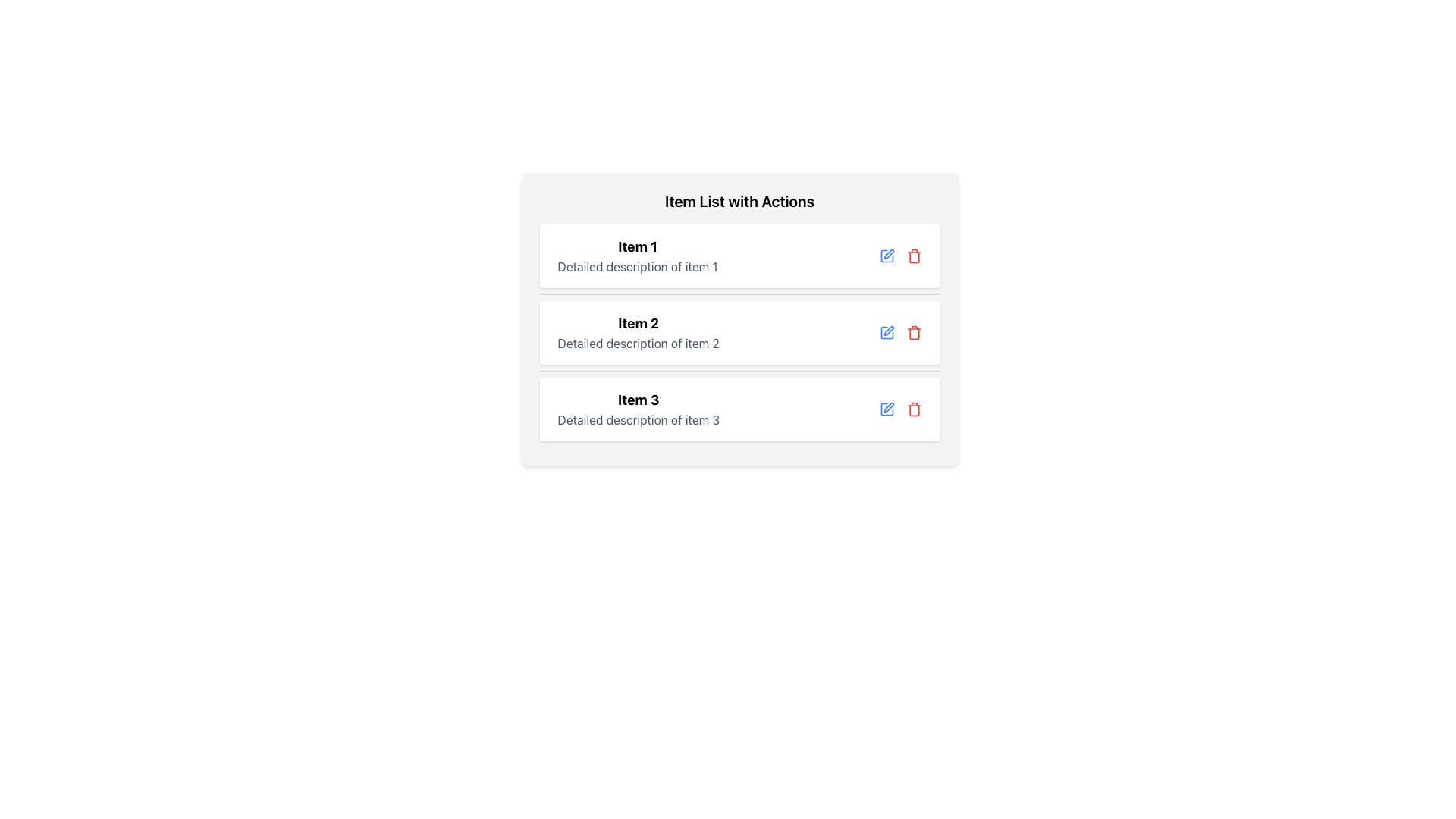 Image resolution: width=1456 pixels, height=819 pixels. Describe the element at coordinates (739, 294) in the screenshot. I see `the horizontal divider that separates 'Item 1' and 'Item 2' in the list` at that location.